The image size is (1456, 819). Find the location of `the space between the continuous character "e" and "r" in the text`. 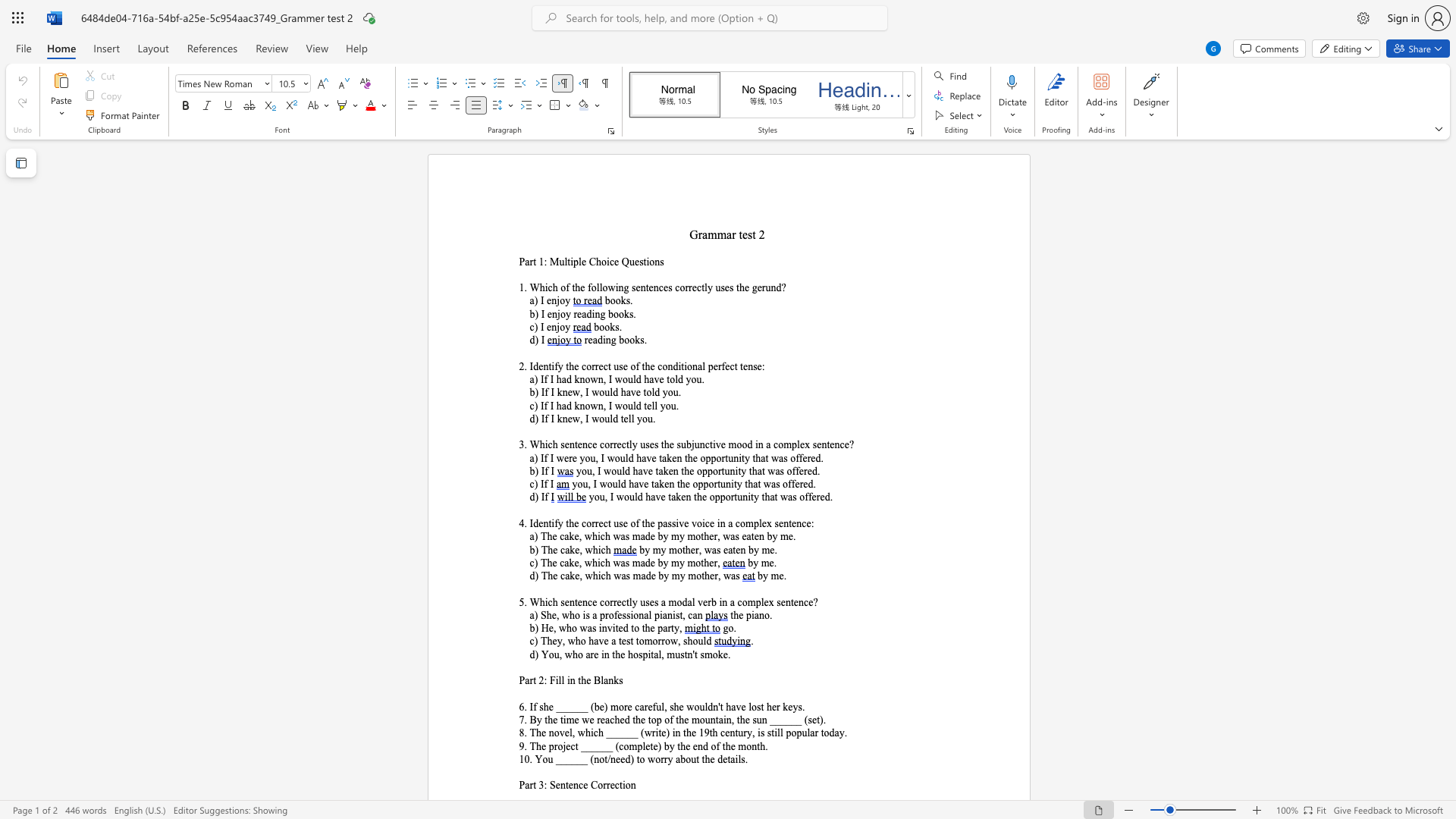

the space between the continuous character "e" and "r" in the text is located at coordinates (799, 484).